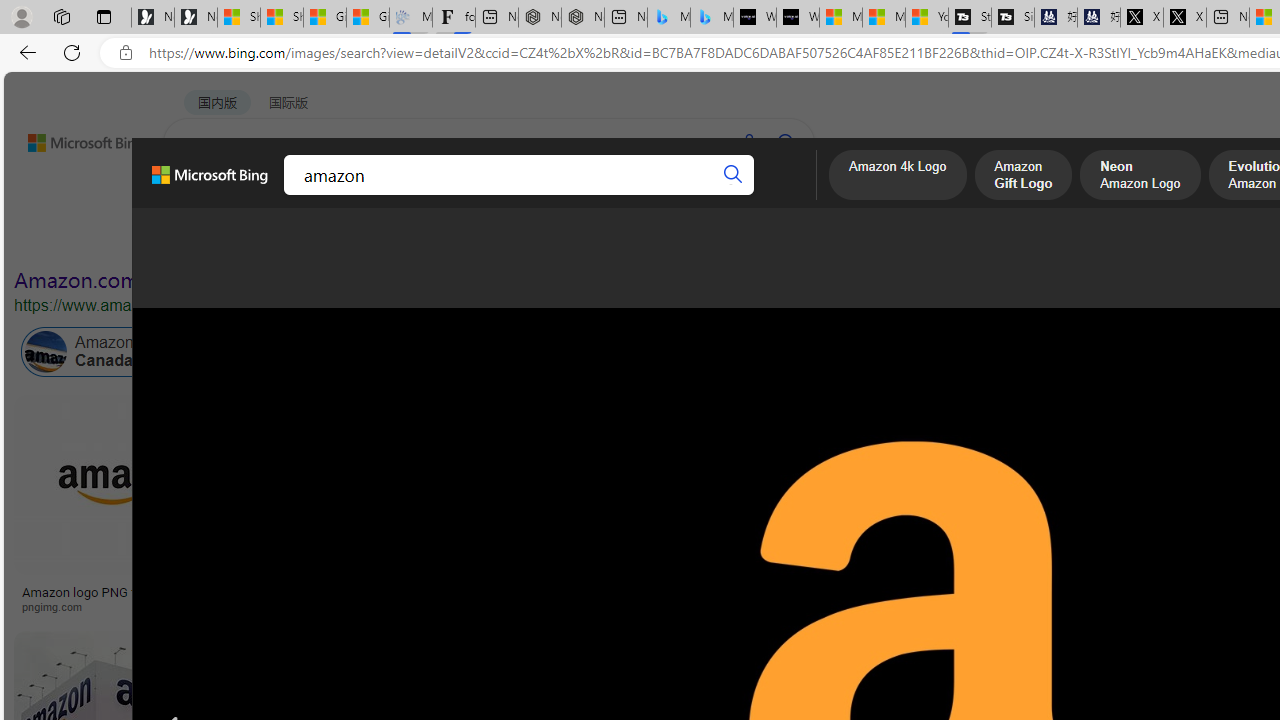  Describe the element at coordinates (302, 351) in the screenshot. I see `'Amazon Prime Online'` at that location.